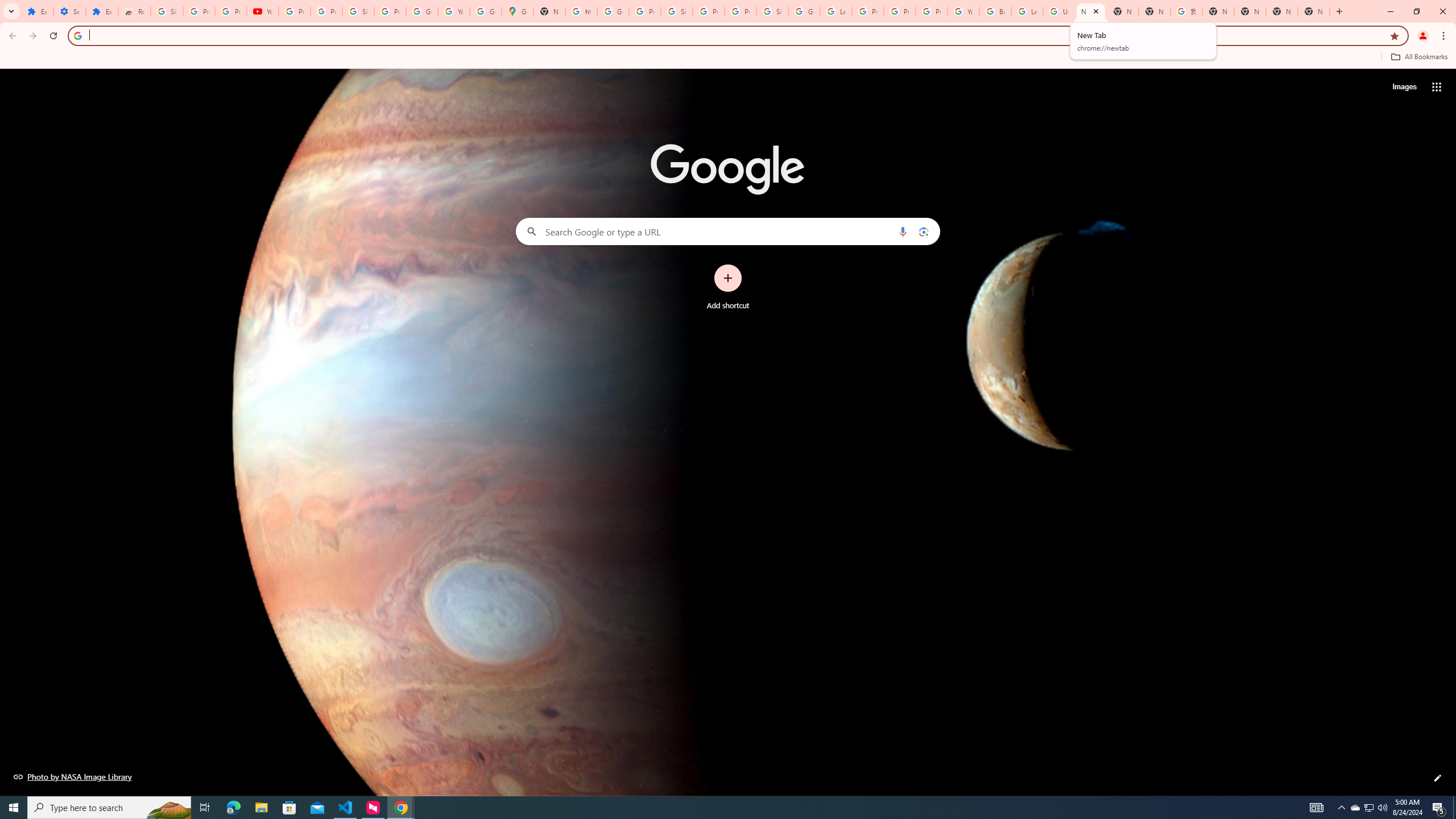 Image resolution: width=1456 pixels, height=819 pixels. Describe the element at coordinates (1437, 777) in the screenshot. I see `'Customize this page'` at that location.